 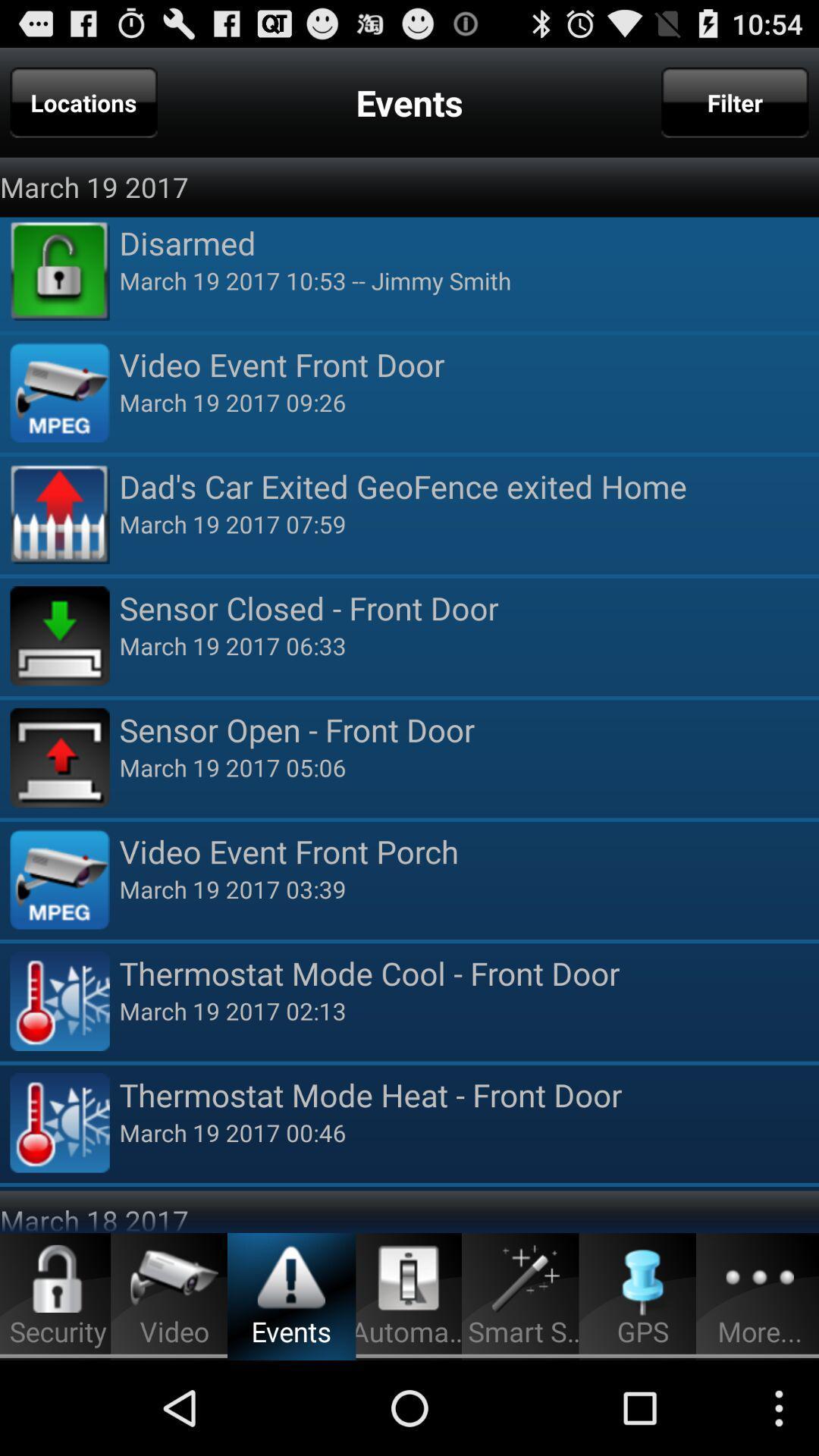 What do you see at coordinates (83, 102) in the screenshot?
I see `the locations item` at bounding box center [83, 102].